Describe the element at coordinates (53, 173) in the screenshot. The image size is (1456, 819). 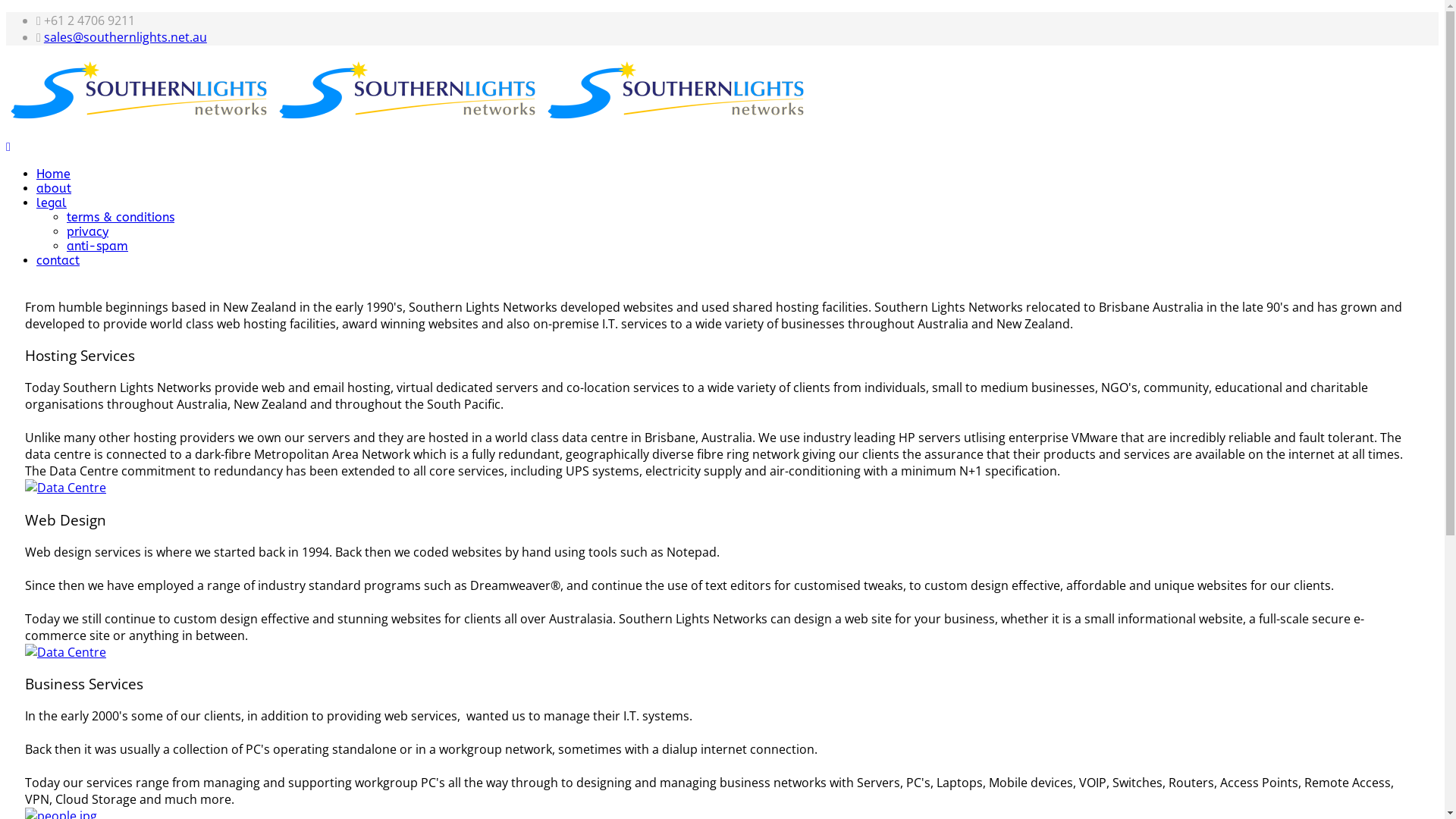
I see `'Home'` at that location.